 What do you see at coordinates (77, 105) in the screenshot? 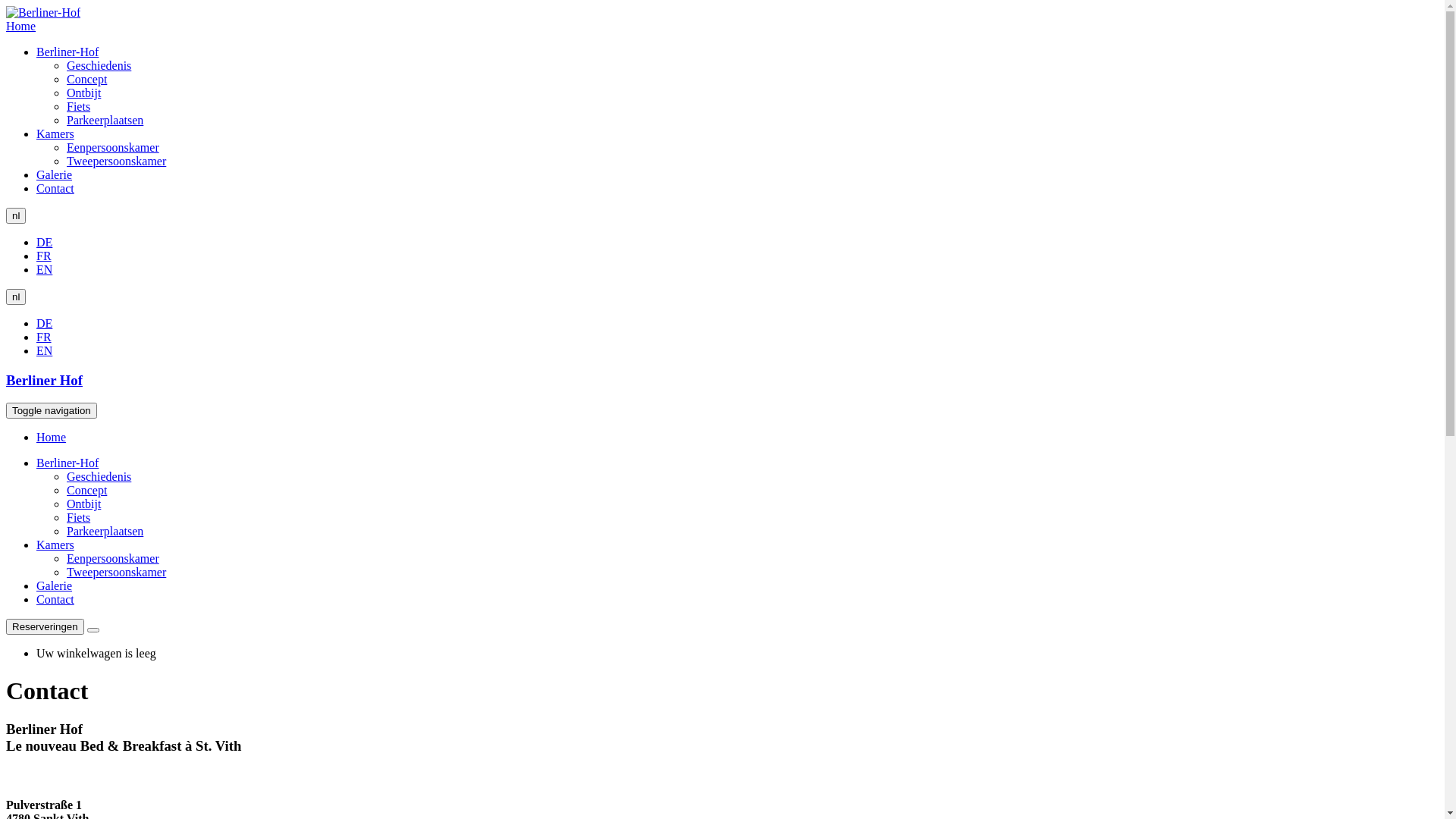
I see `'Fiets'` at bounding box center [77, 105].